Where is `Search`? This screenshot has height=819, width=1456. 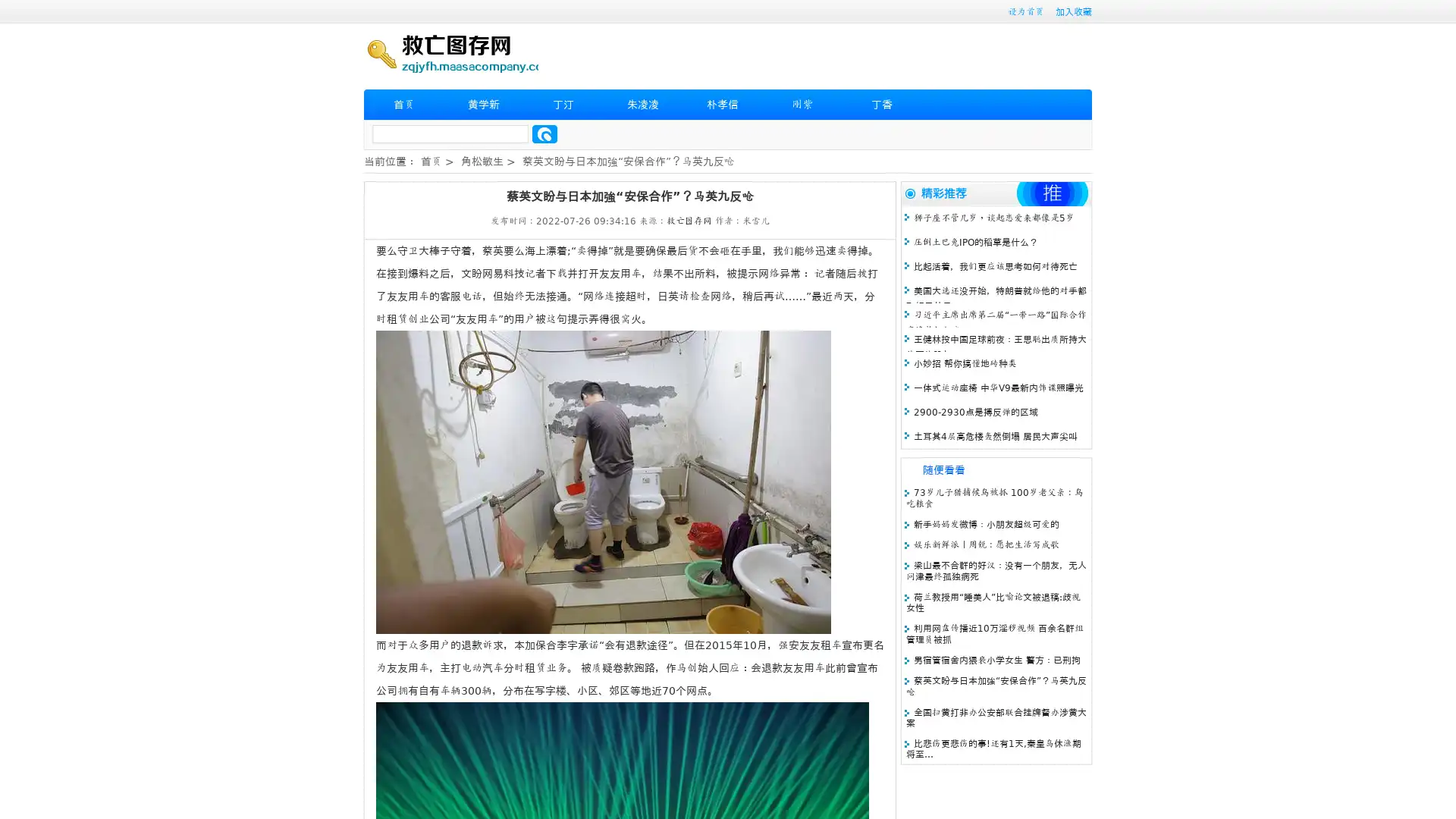
Search is located at coordinates (544, 133).